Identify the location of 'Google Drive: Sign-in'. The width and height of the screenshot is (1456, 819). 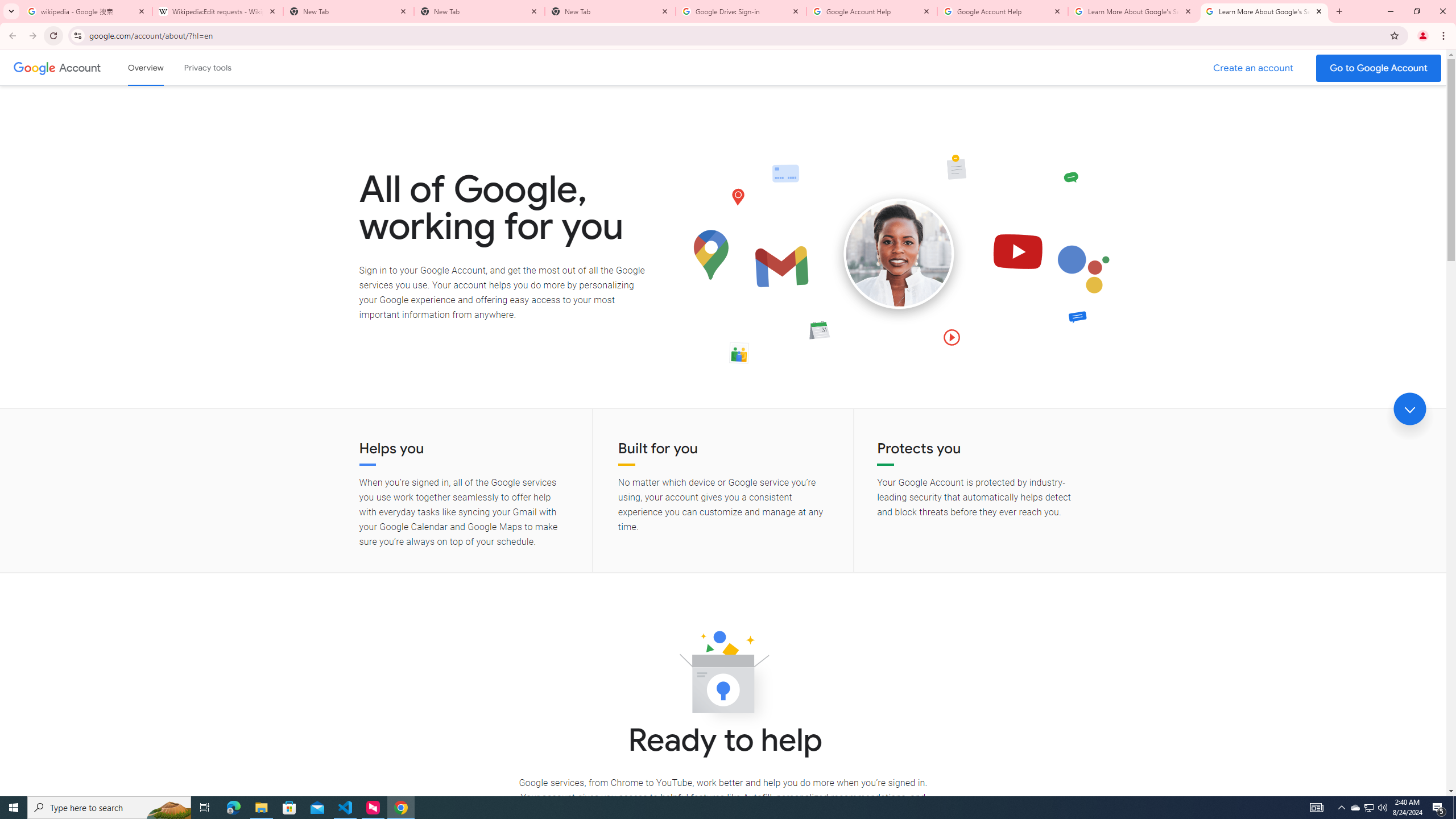
(741, 11).